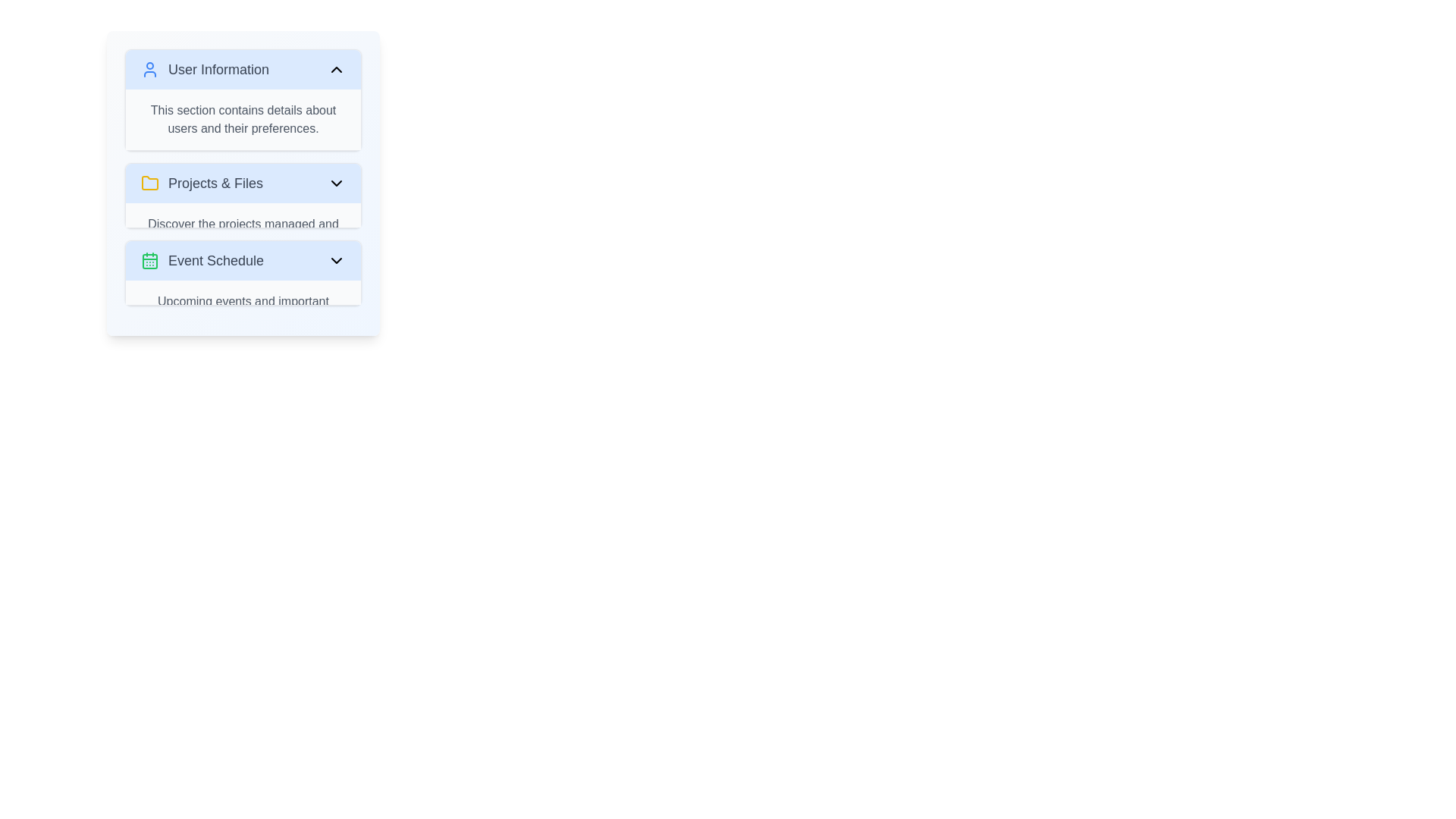 This screenshot has width=1456, height=819. Describe the element at coordinates (243, 259) in the screenshot. I see `the 'Event Schedule' button, which features a calendar icon on the left and a chevron icon on the right, with a light blue background and rounded corners` at that location.